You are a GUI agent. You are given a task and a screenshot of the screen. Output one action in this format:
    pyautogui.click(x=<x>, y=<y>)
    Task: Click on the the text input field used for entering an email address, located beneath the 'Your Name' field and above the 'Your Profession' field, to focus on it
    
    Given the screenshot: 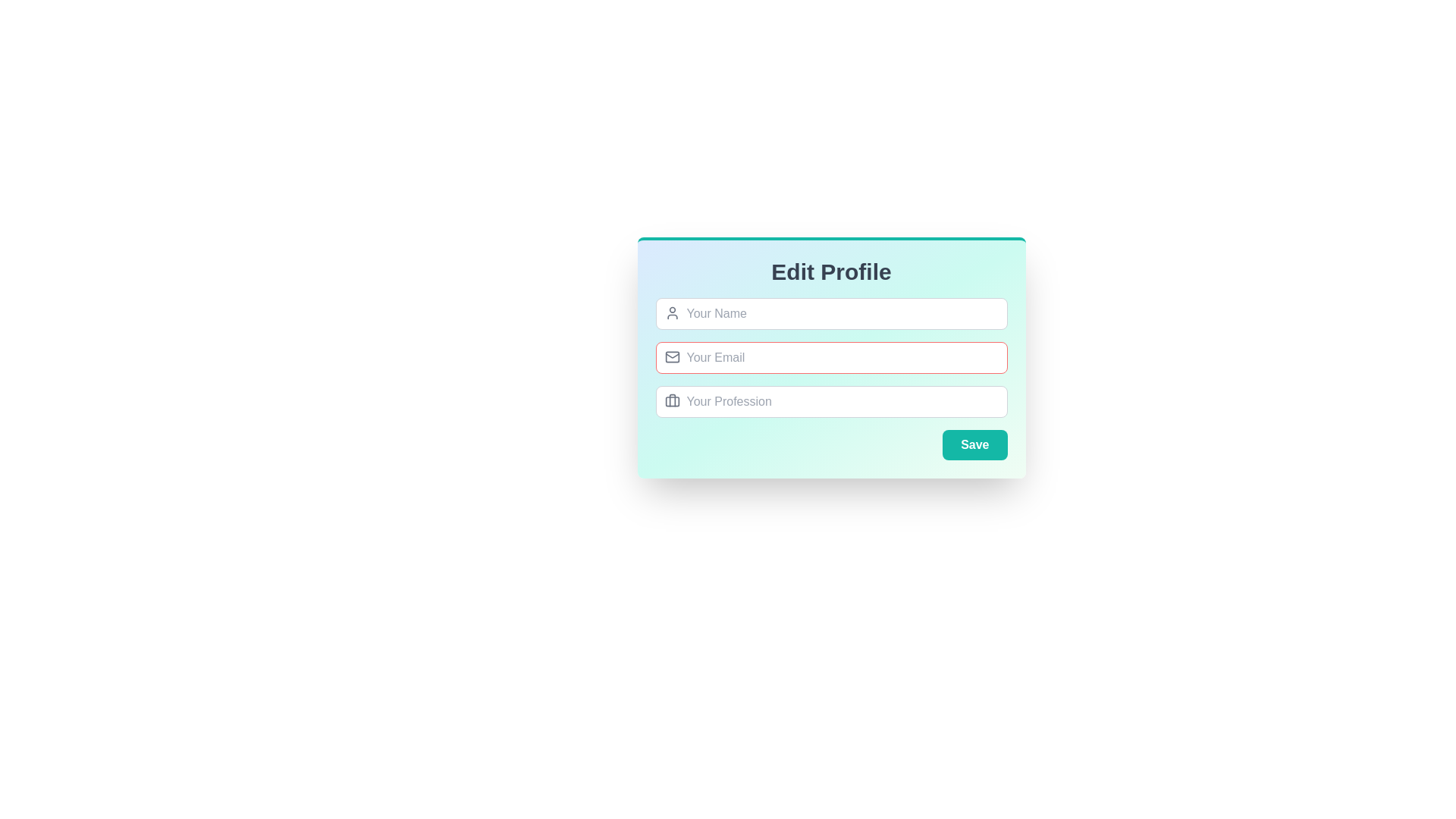 What is the action you would take?
    pyautogui.click(x=830, y=378)
    